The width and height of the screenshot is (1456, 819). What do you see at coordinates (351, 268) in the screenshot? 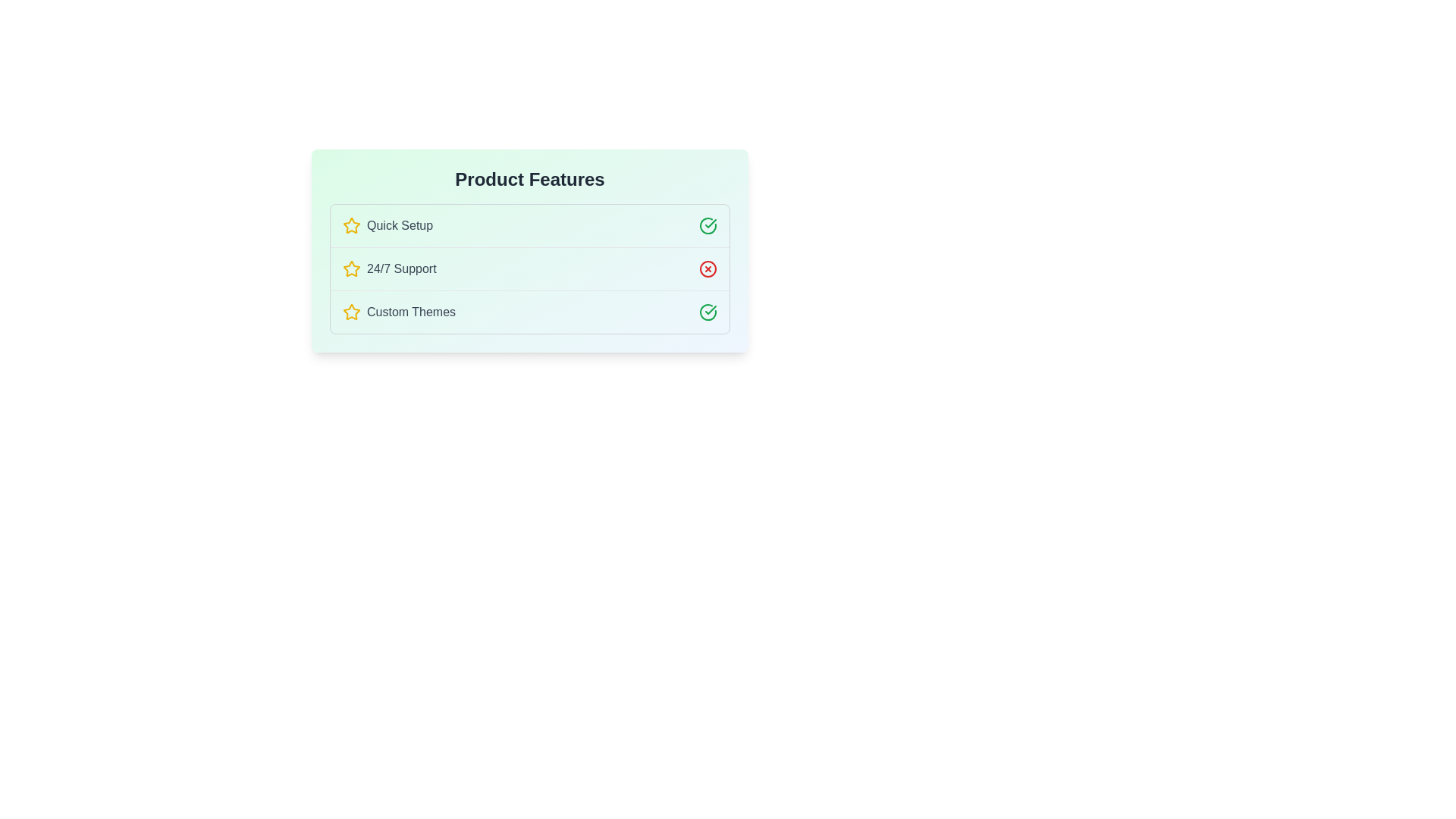
I see `star icon next to the feature named 24/7 Support` at bounding box center [351, 268].